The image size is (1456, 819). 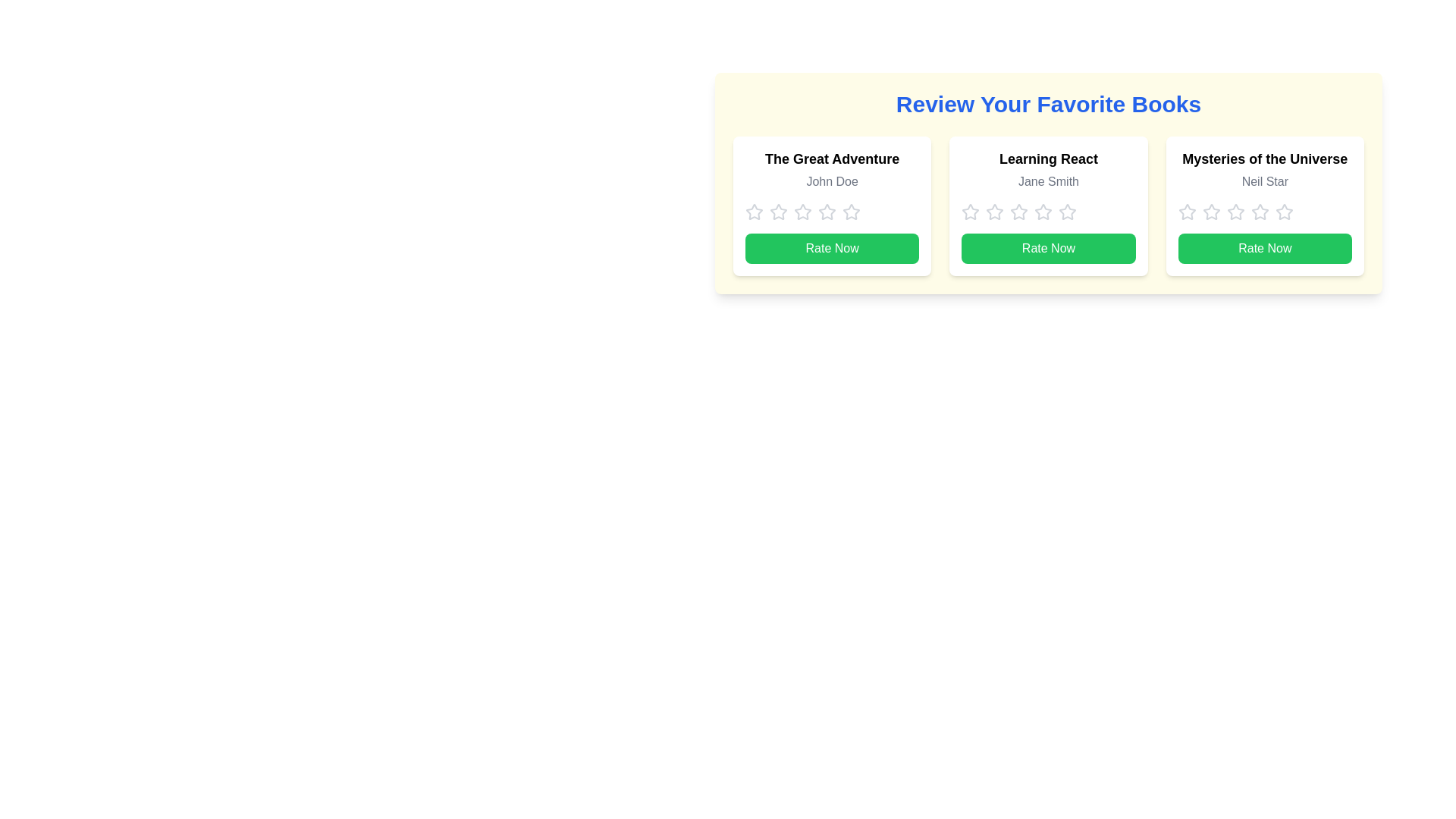 I want to click on the sixth star in the rating component for the book 'Learning React' by Jane Smith to interact with the rating value, so click(x=1043, y=212).